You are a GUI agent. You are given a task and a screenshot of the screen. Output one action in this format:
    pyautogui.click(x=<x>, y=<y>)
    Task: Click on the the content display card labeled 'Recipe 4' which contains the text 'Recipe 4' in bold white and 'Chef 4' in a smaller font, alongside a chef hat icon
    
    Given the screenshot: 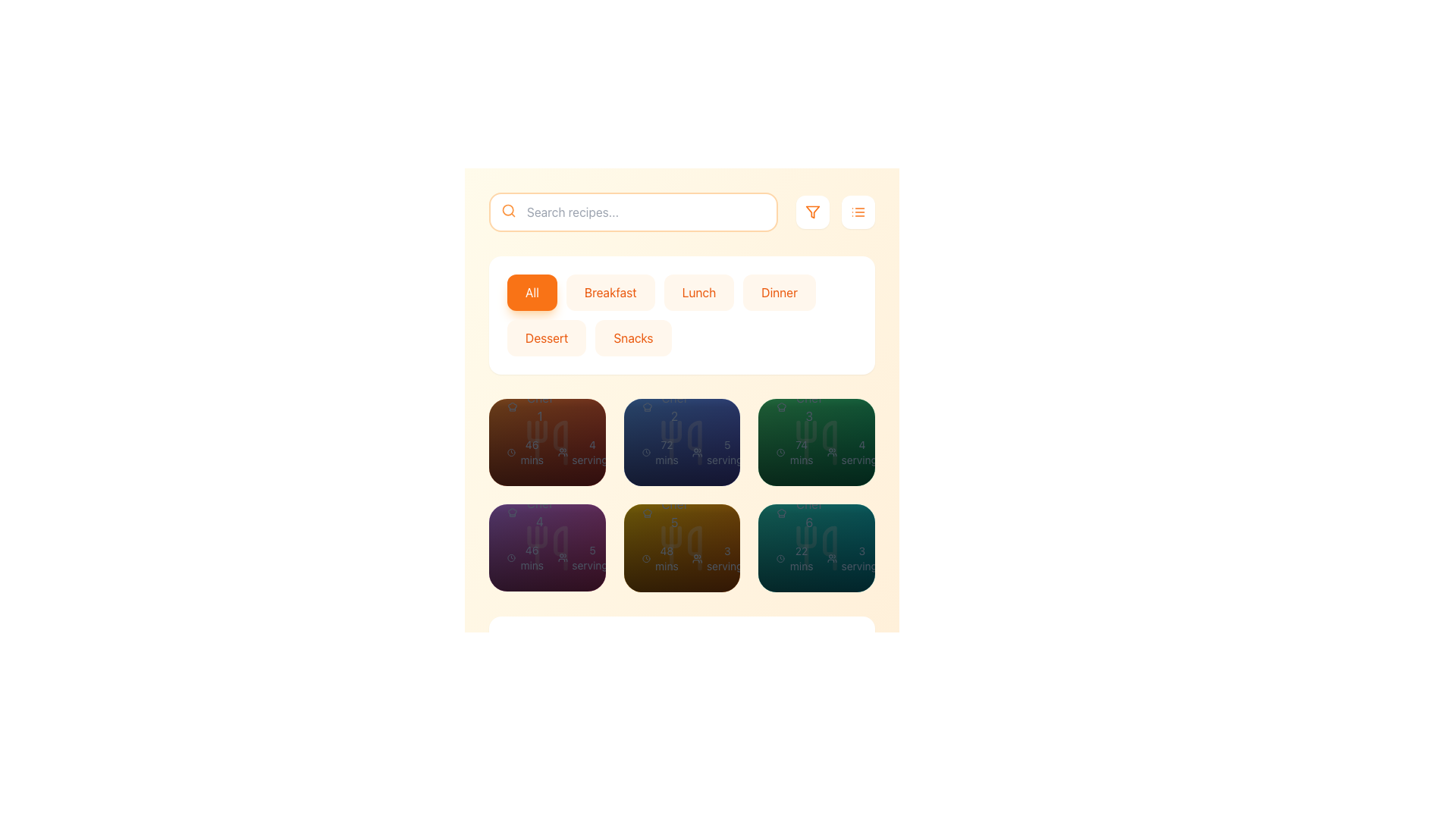 What is the action you would take?
    pyautogui.click(x=531, y=491)
    